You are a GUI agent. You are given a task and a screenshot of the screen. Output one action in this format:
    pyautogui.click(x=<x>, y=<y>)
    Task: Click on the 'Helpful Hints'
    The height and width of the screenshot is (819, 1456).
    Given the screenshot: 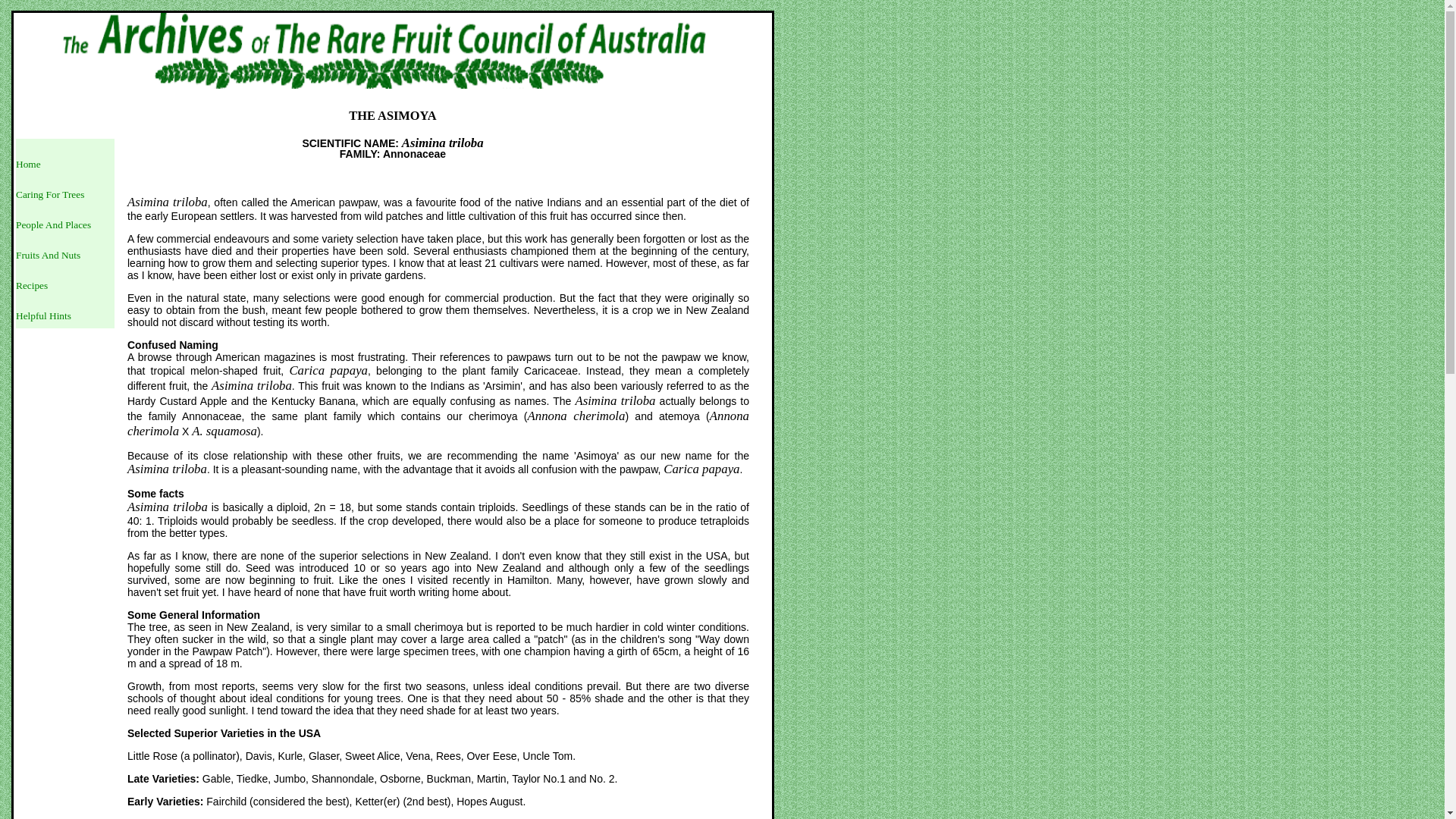 What is the action you would take?
    pyautogui.click(x=43, y=315)
    